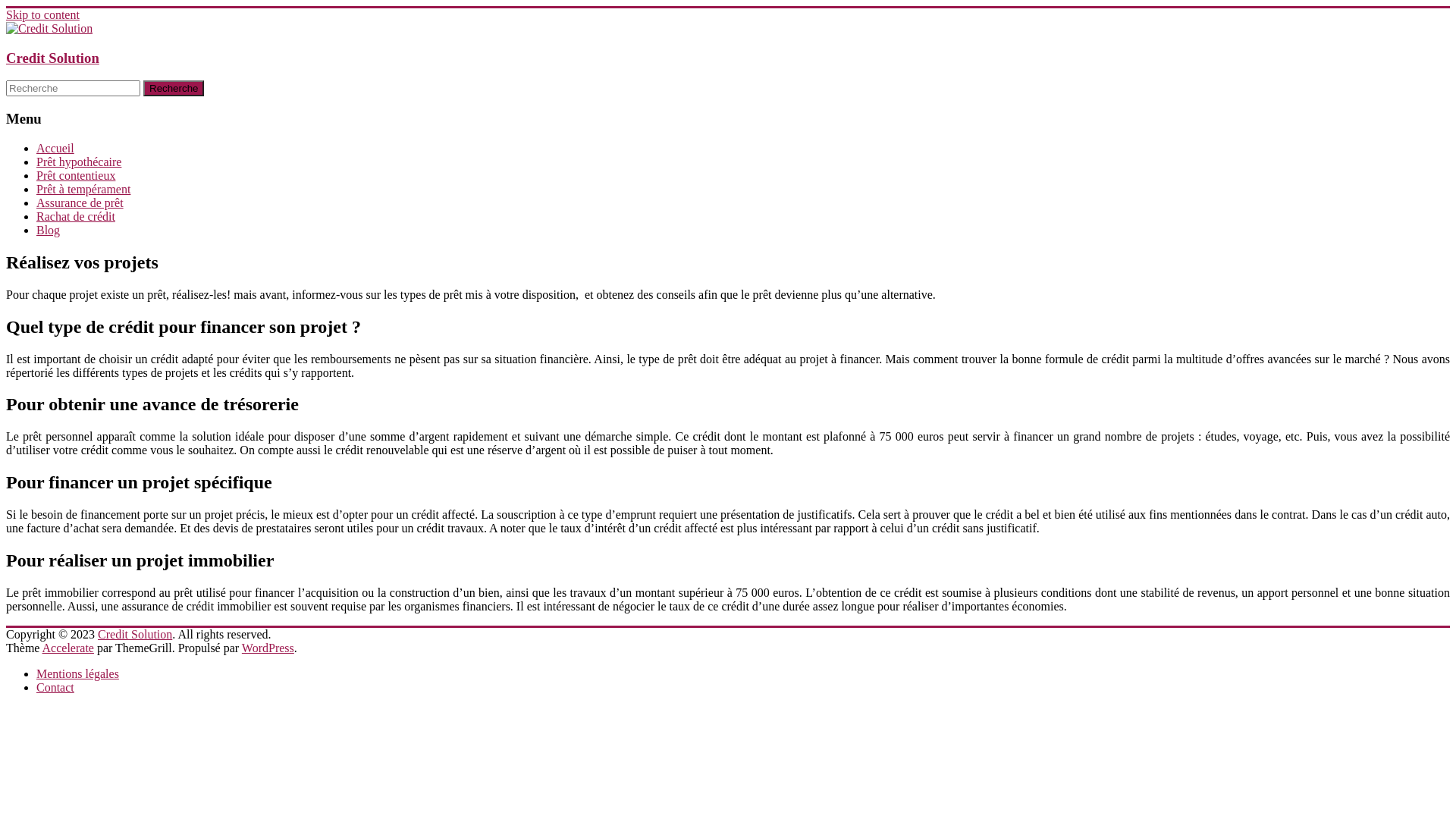 The image size is (1456, 819). I want to click on 'Accueil', so click(55, 148).